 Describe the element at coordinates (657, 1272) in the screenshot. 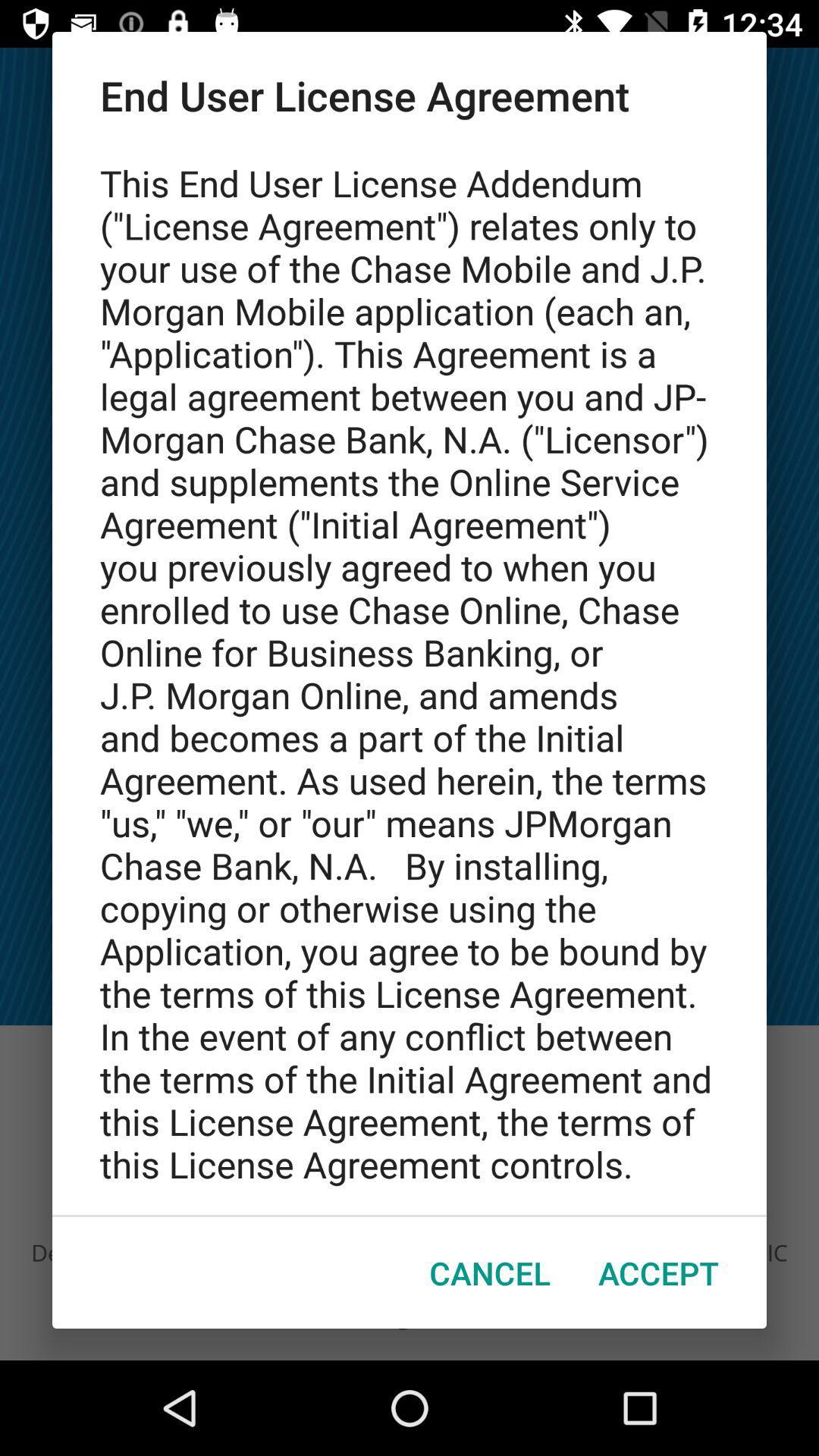

I see `accept icon` at that location.